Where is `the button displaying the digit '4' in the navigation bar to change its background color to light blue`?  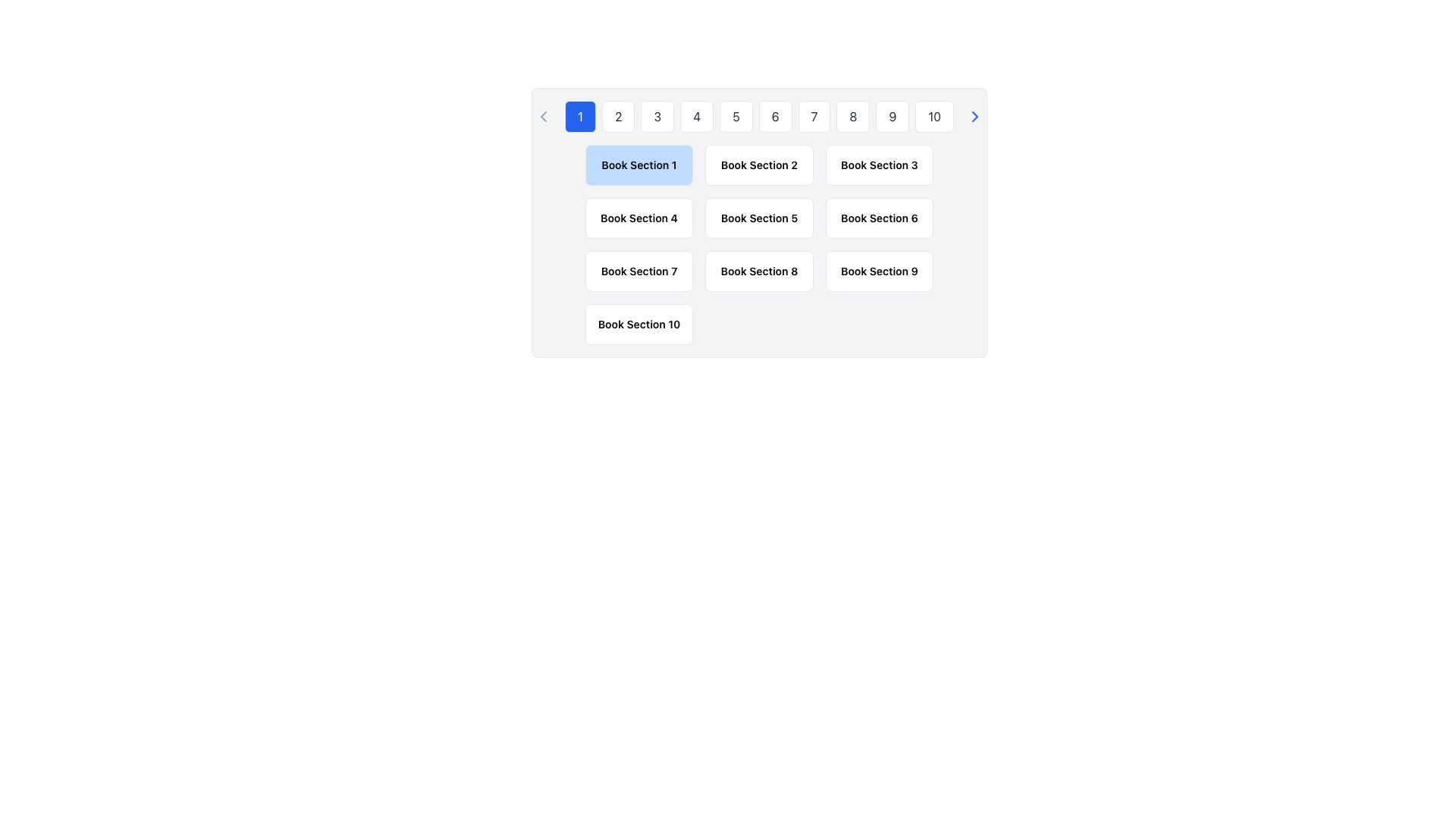
the button displaying the digit '4' in the navigation bar to change its background color to light blue is located at coordinates (696, 116).